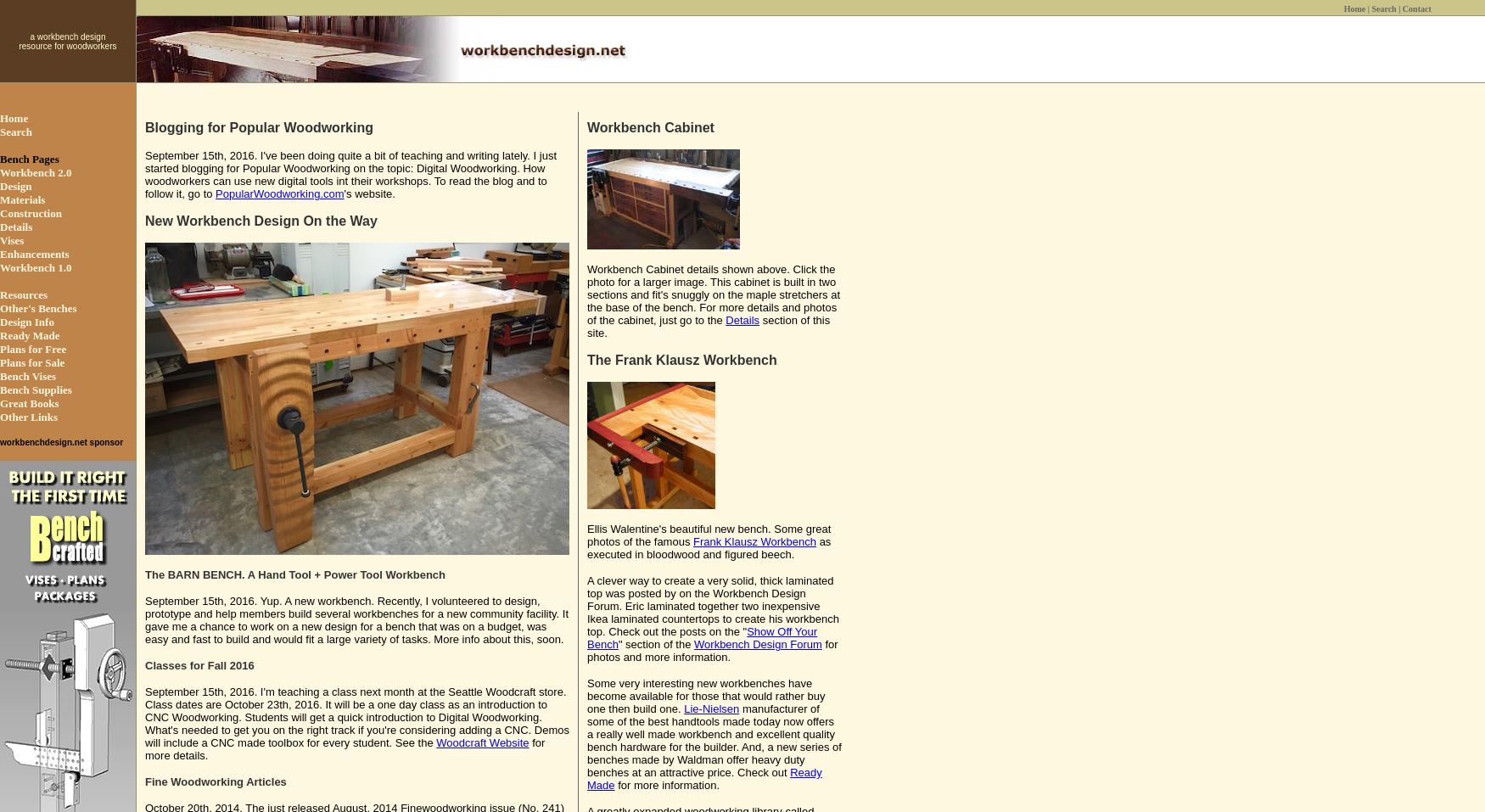 This screenshot has height=812, width=1485. I want to click on 'for more information.', so click(614, 785).